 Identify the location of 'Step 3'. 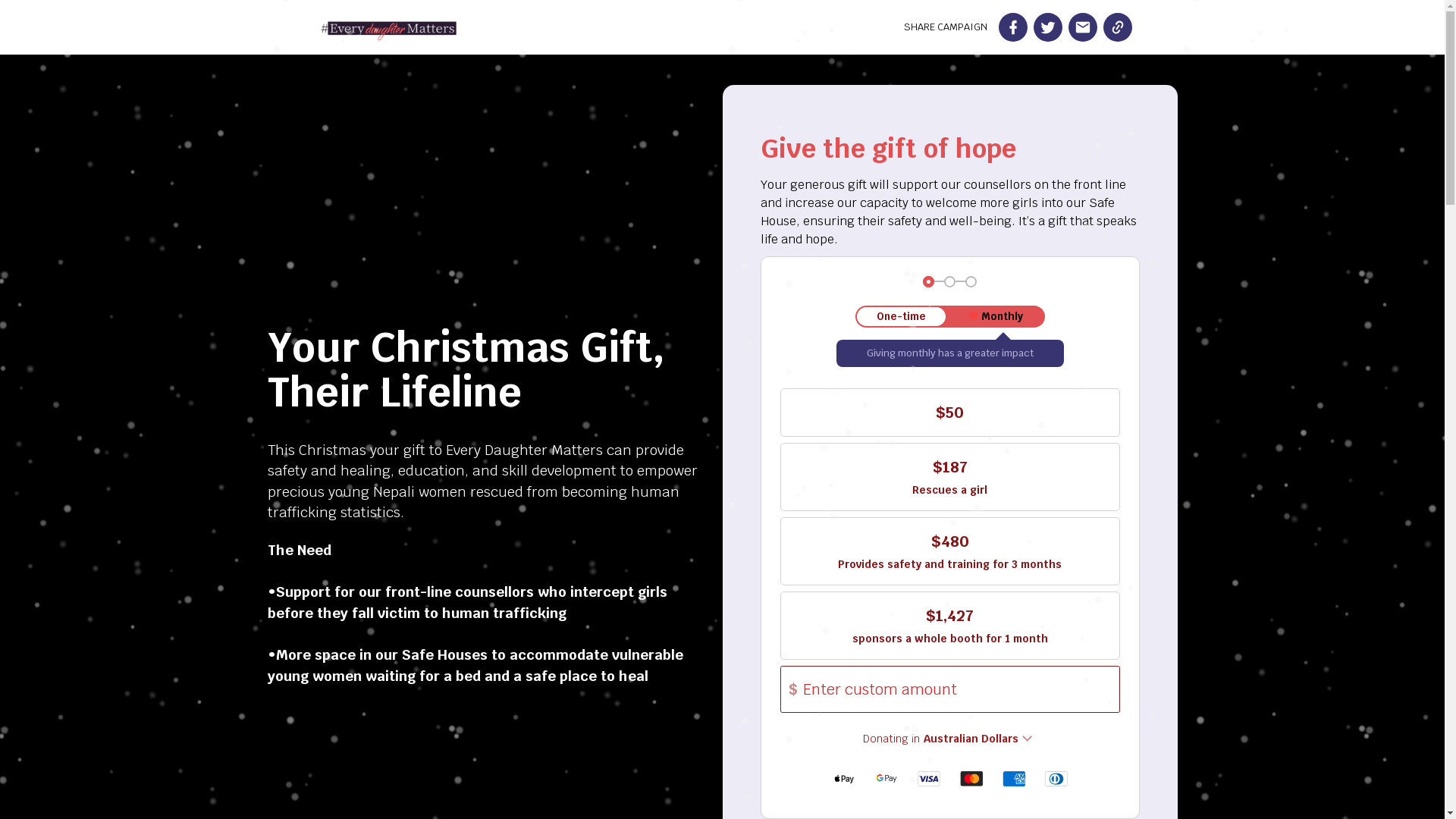
(971, 281).